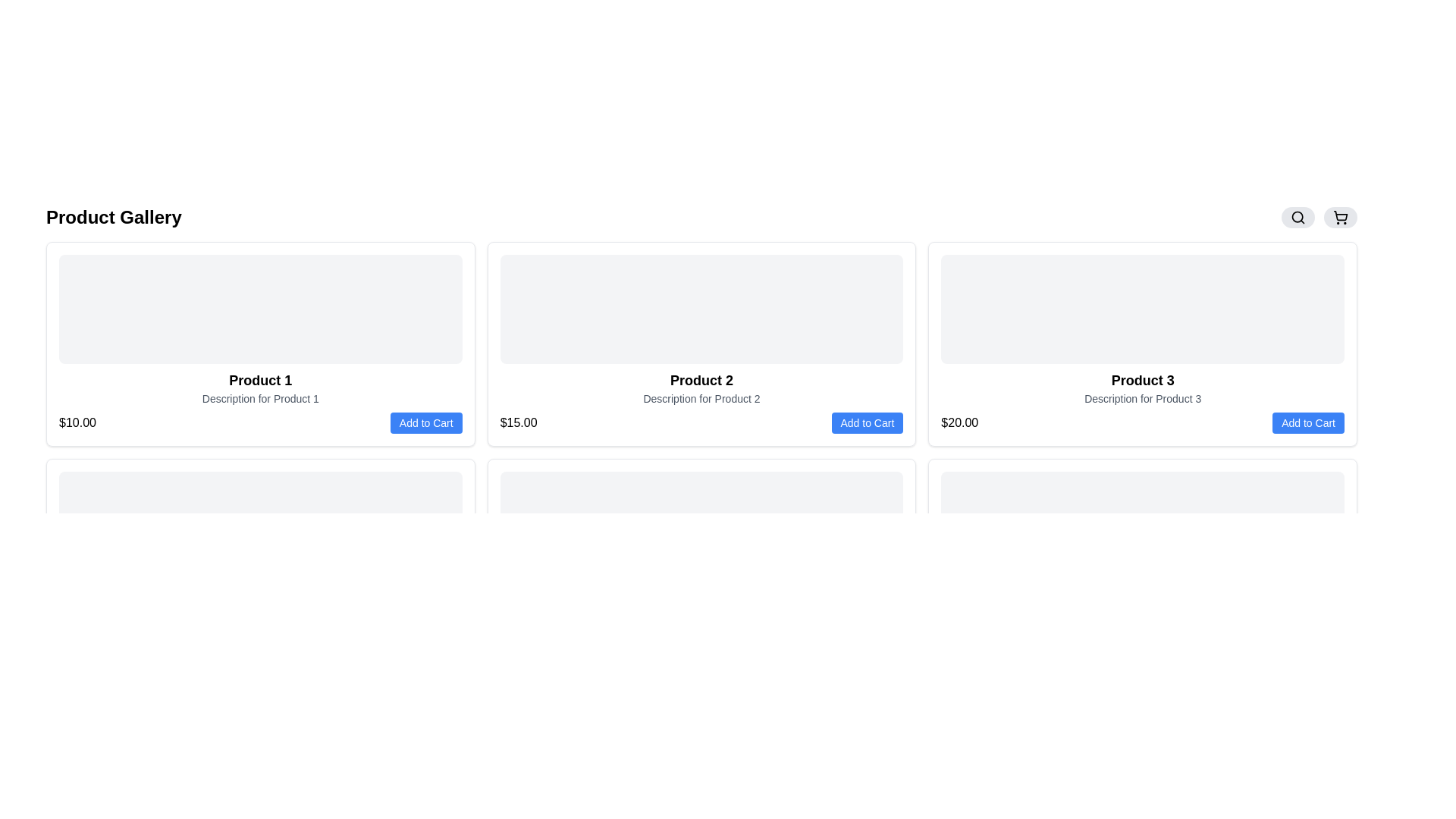  What do you see at coordinates (1143, 397) in the screenshot?
I see `text label element that provides a description for 'Product 3', which is styled with small gray text and located beneath the title 'Product 3'` at bounding box center [1143, 397].